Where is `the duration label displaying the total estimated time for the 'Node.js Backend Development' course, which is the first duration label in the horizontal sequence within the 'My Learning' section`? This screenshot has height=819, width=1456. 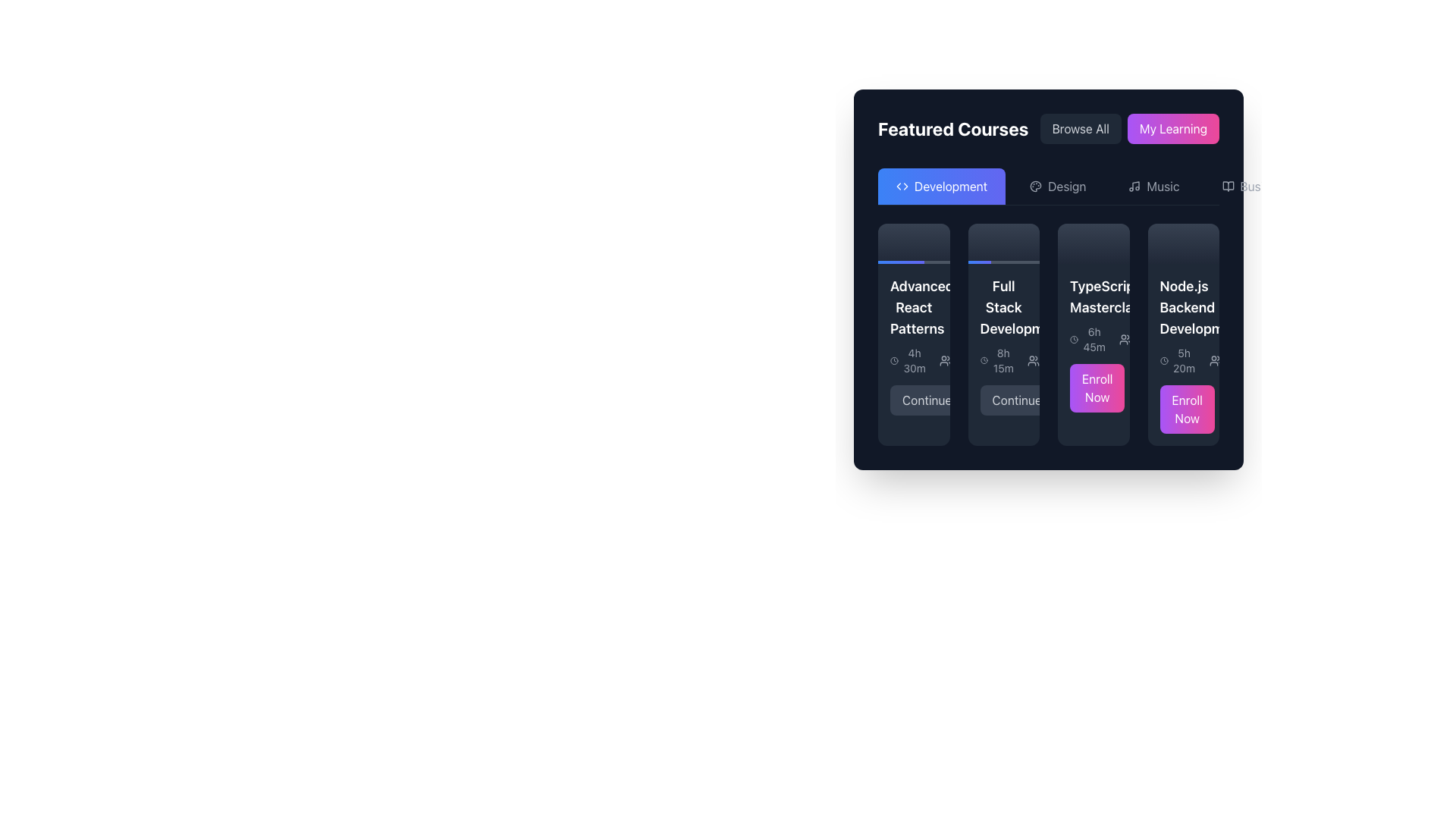 the duration label displaying the total estimated time for the 'Node.js Backend Development' course, which is the first duration label in the horizontal sequence within the 'My Learning' section is located at coordinates (1178, 360).